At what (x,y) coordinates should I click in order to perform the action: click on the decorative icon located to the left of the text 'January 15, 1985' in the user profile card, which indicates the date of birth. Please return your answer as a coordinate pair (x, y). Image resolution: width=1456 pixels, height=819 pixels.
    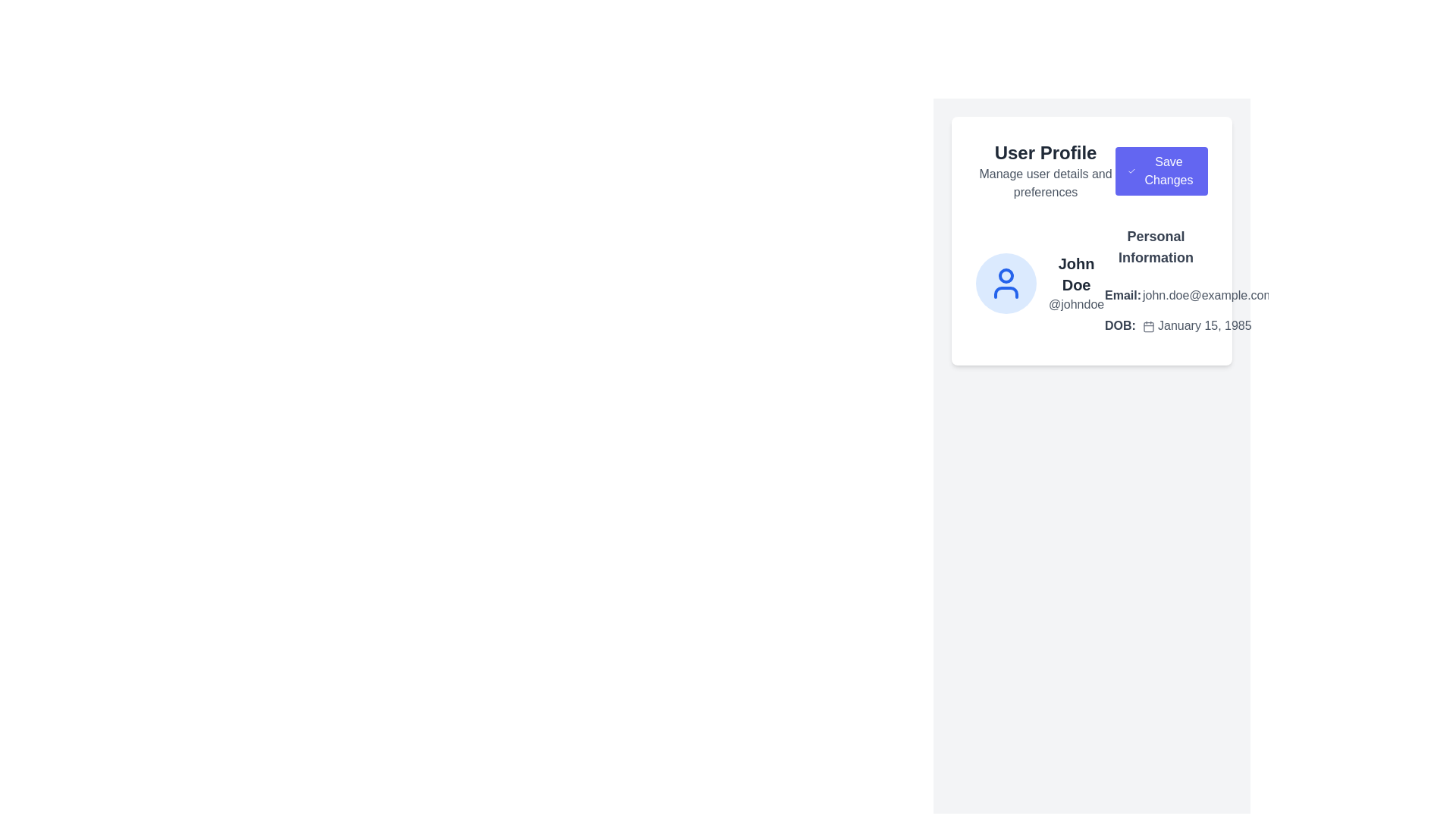
    Looking at the image, I should click on (1149, 325).